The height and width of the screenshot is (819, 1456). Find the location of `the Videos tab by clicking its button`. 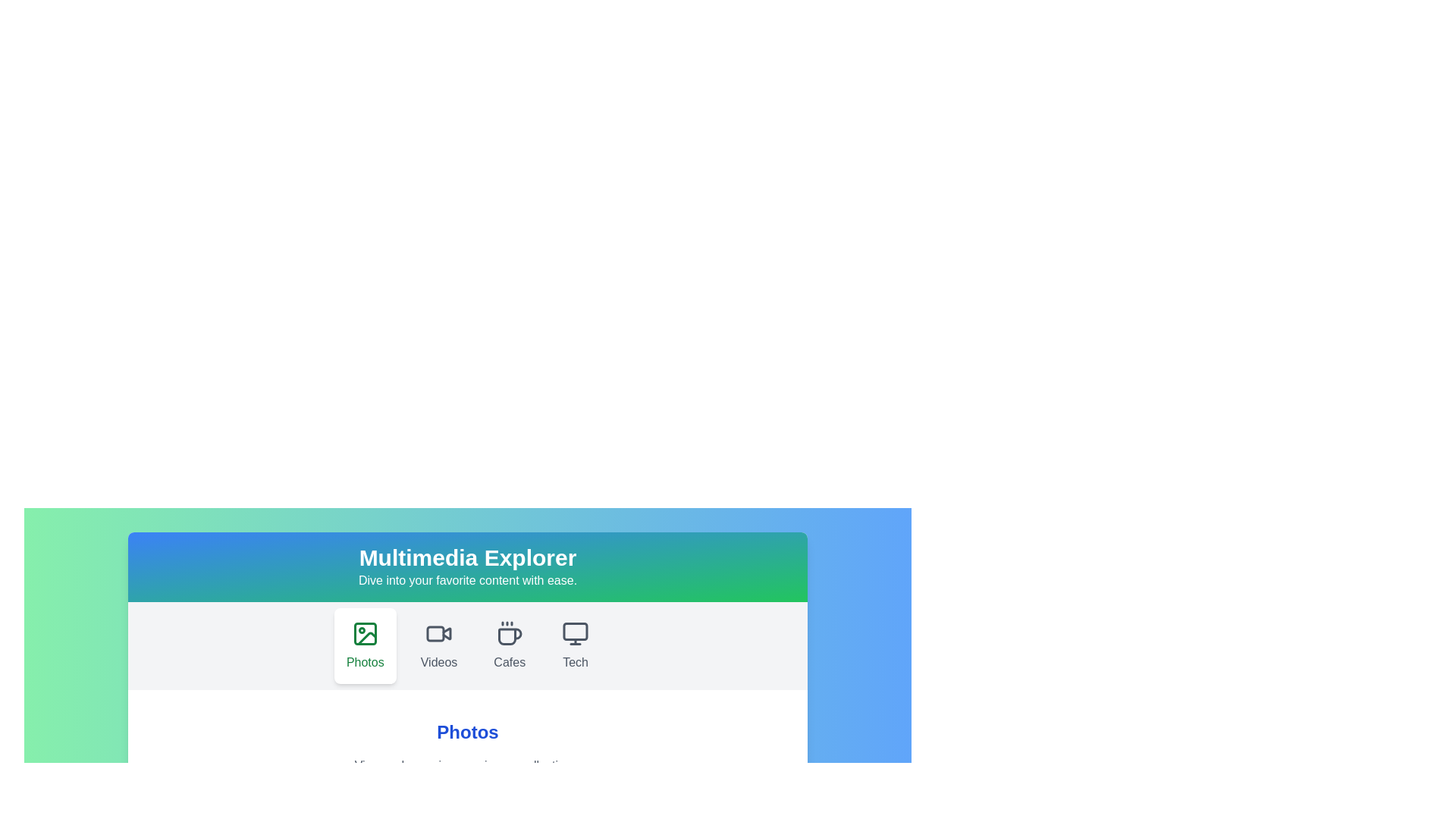

the Videos tab by clicking its button is located at coordinates (438, 646).